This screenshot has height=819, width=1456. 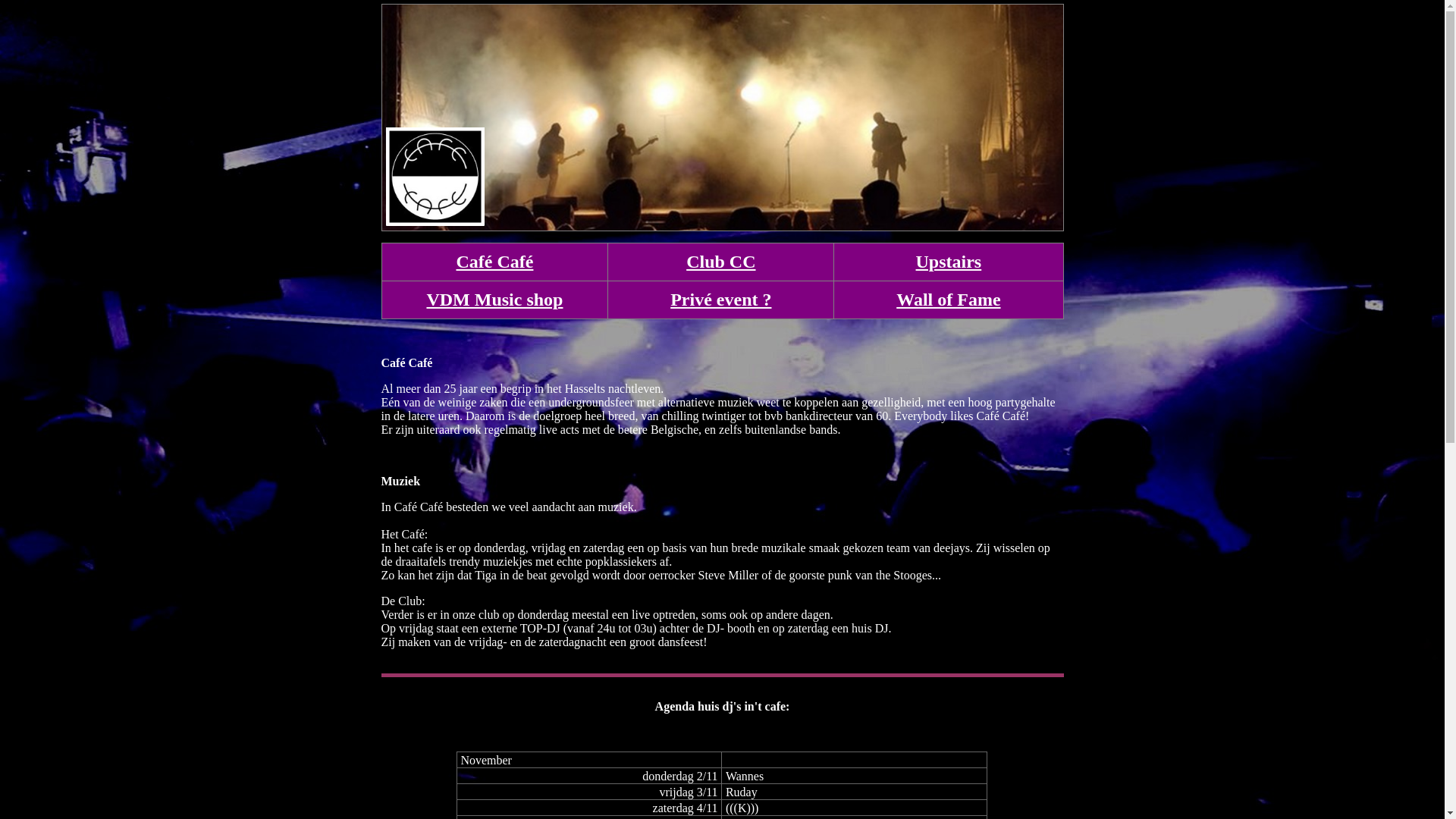 What do you see at coordinates (948, 260) in the screenshot?
I see `'Upstairs'` at bounding box center [948, 260].